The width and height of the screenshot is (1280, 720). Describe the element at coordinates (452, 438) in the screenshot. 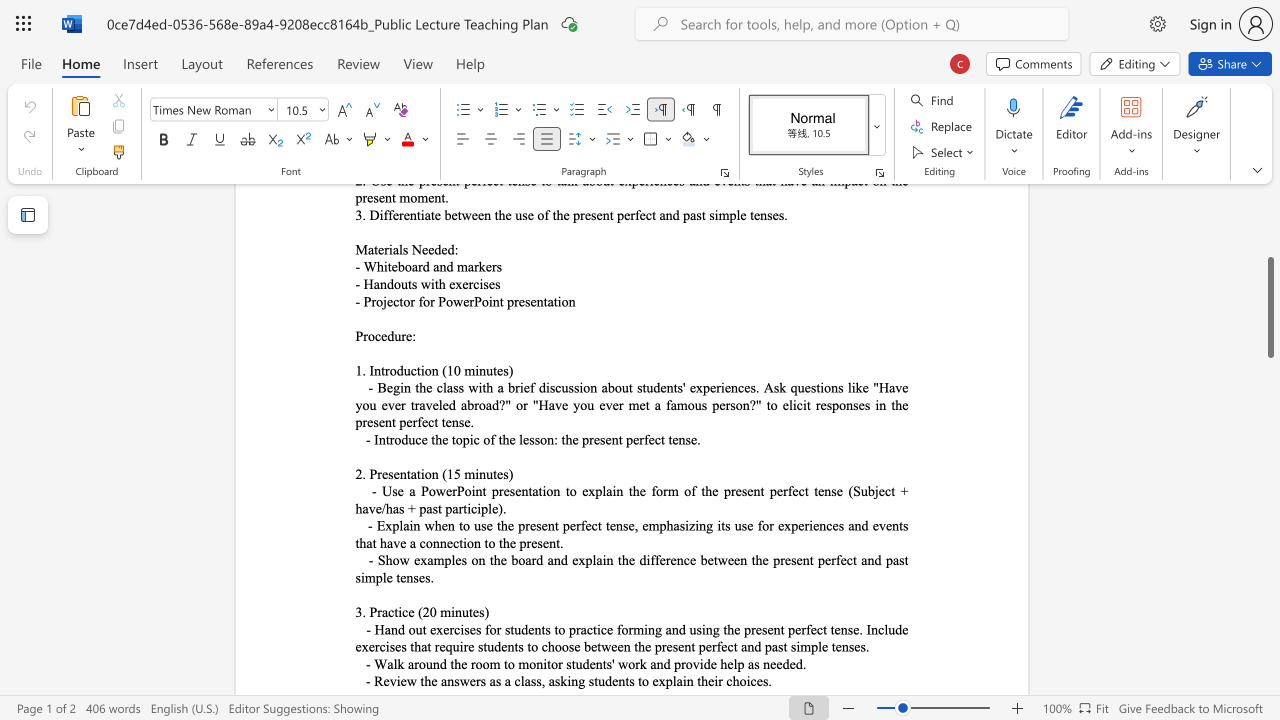

I see `the 3th character "t" in the text` at that location.